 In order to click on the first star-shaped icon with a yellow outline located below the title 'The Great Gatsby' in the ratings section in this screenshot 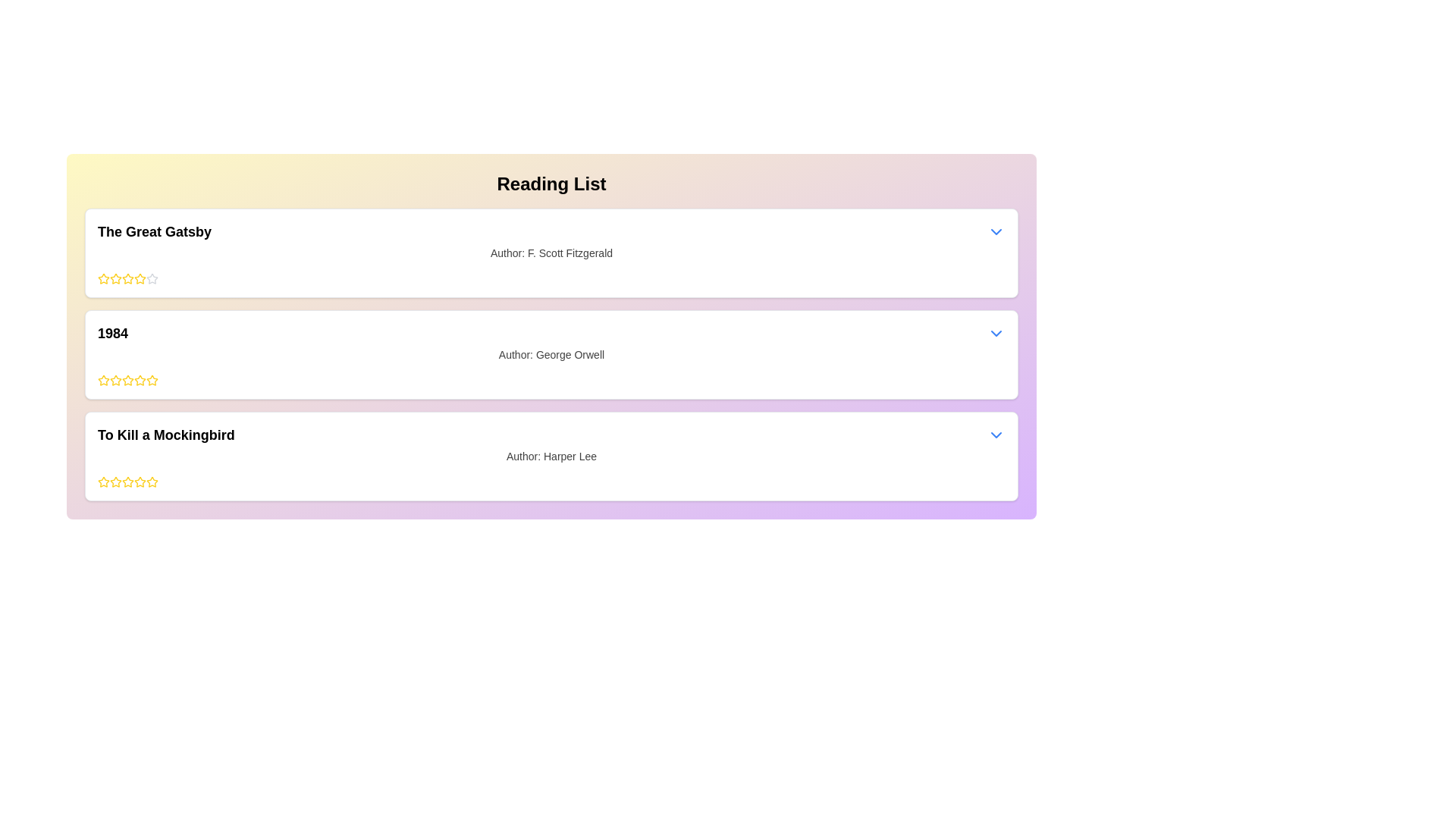, I will do `click(103, 278)`.